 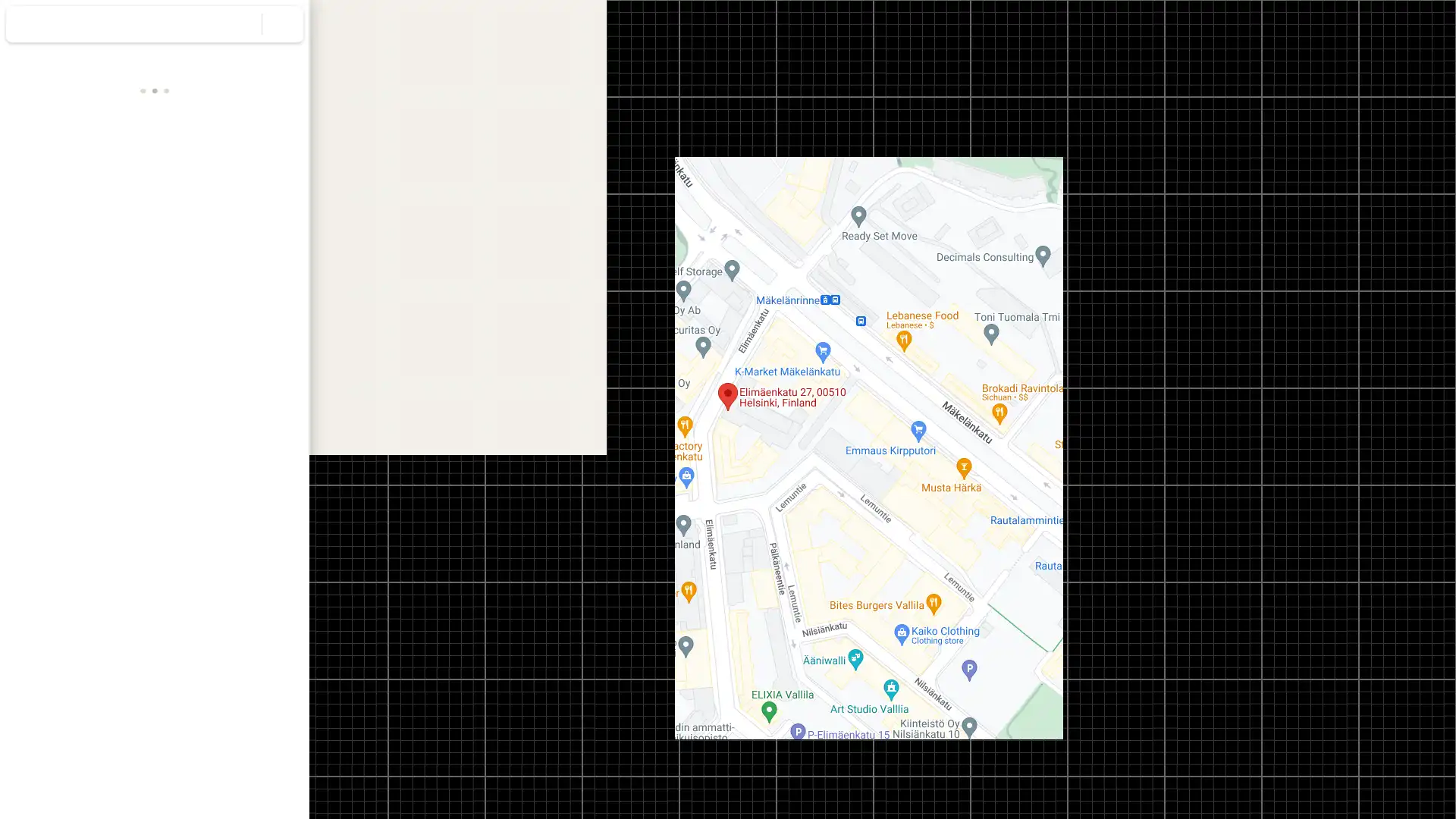 I want to click on Collapse side panel, so click(x=317, y=409).